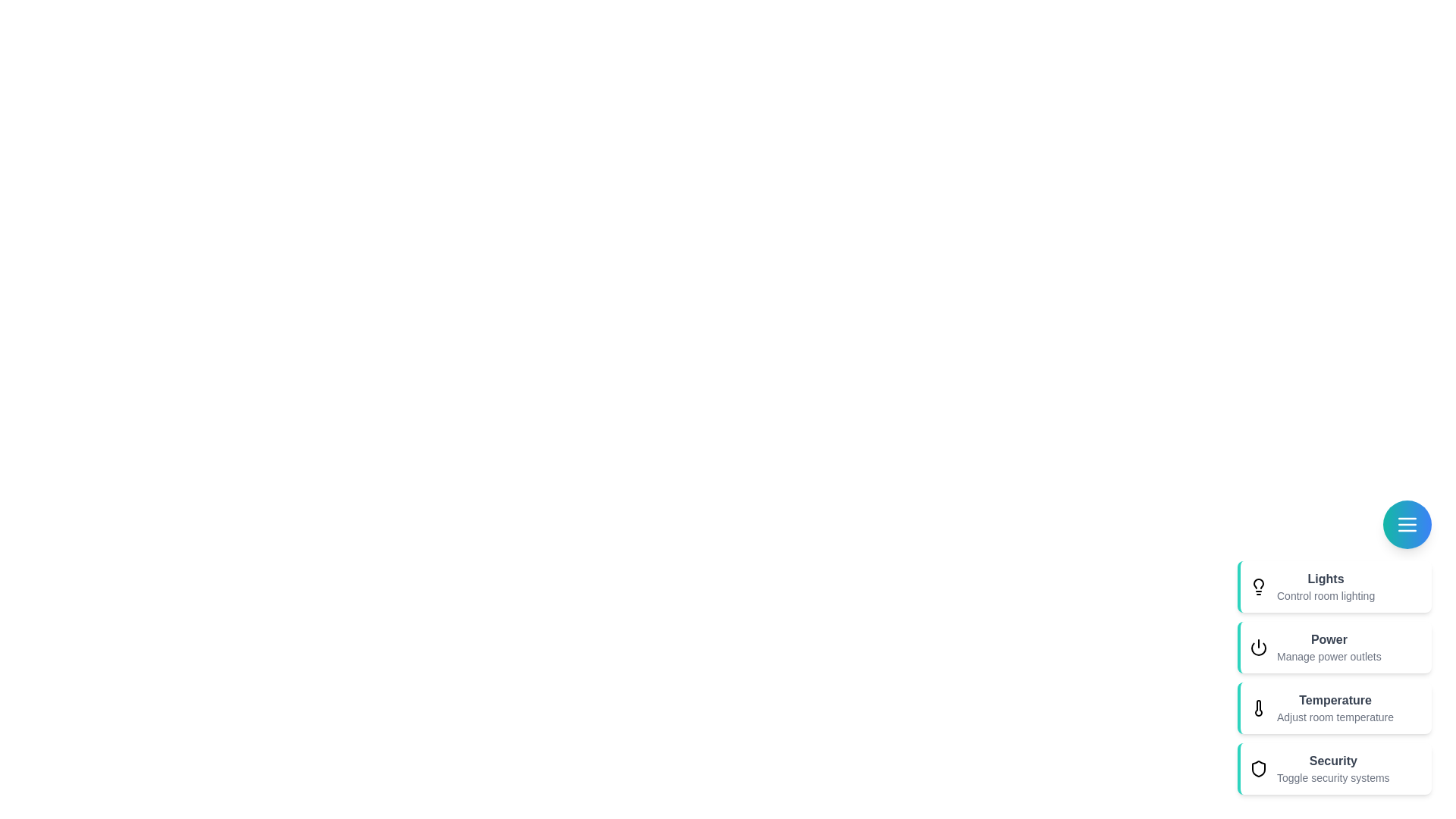 The image size is (1456, 819). I want to click on the Temperature action from the menu, so click(1335, 708).